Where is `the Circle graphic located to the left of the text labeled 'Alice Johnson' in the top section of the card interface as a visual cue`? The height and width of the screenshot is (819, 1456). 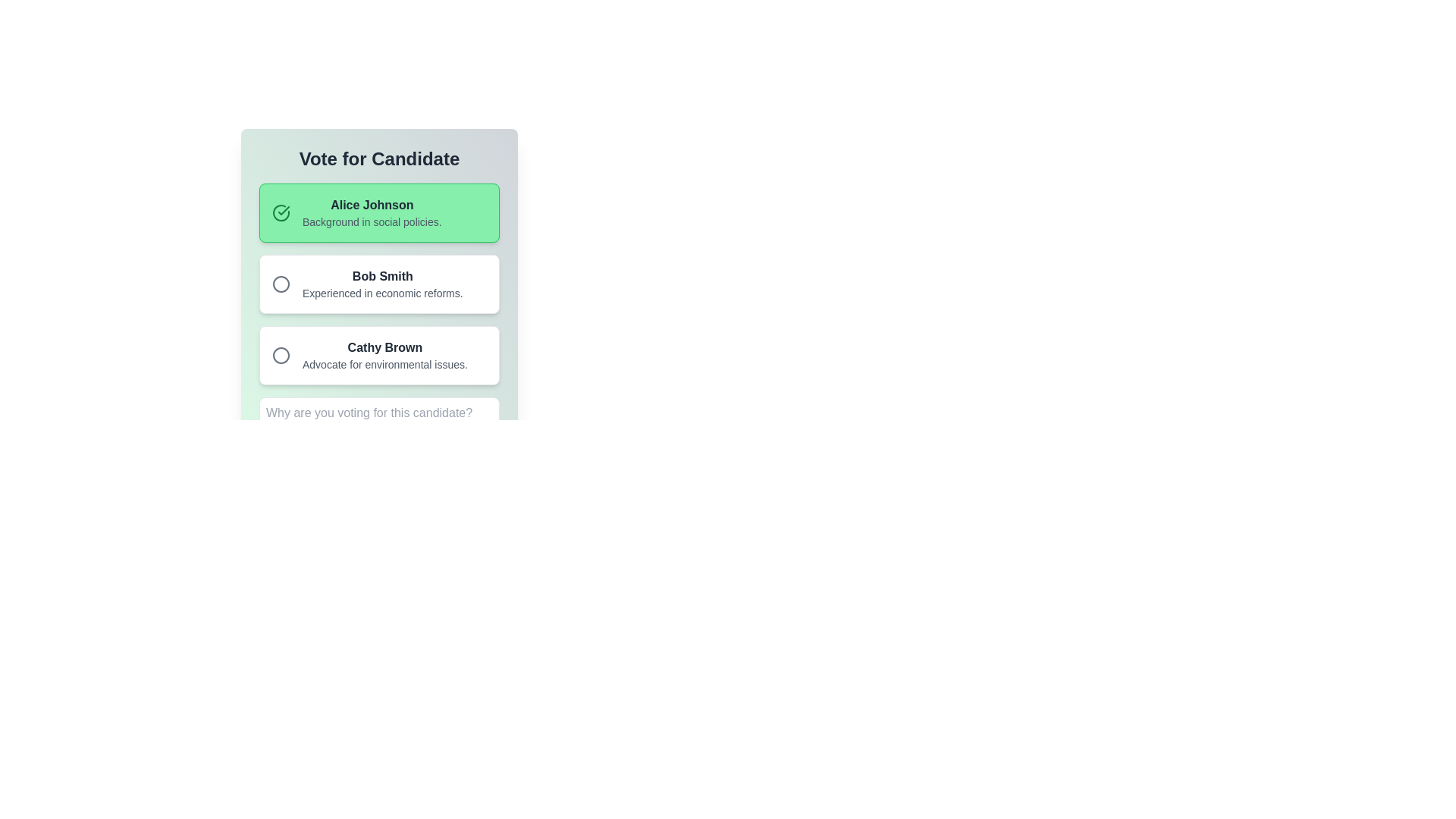 the Circle graphic located to the left of the text labeled 'Alice Johnson' in the top section of the card interface as a visual cue is located at coordinates (281, 284).